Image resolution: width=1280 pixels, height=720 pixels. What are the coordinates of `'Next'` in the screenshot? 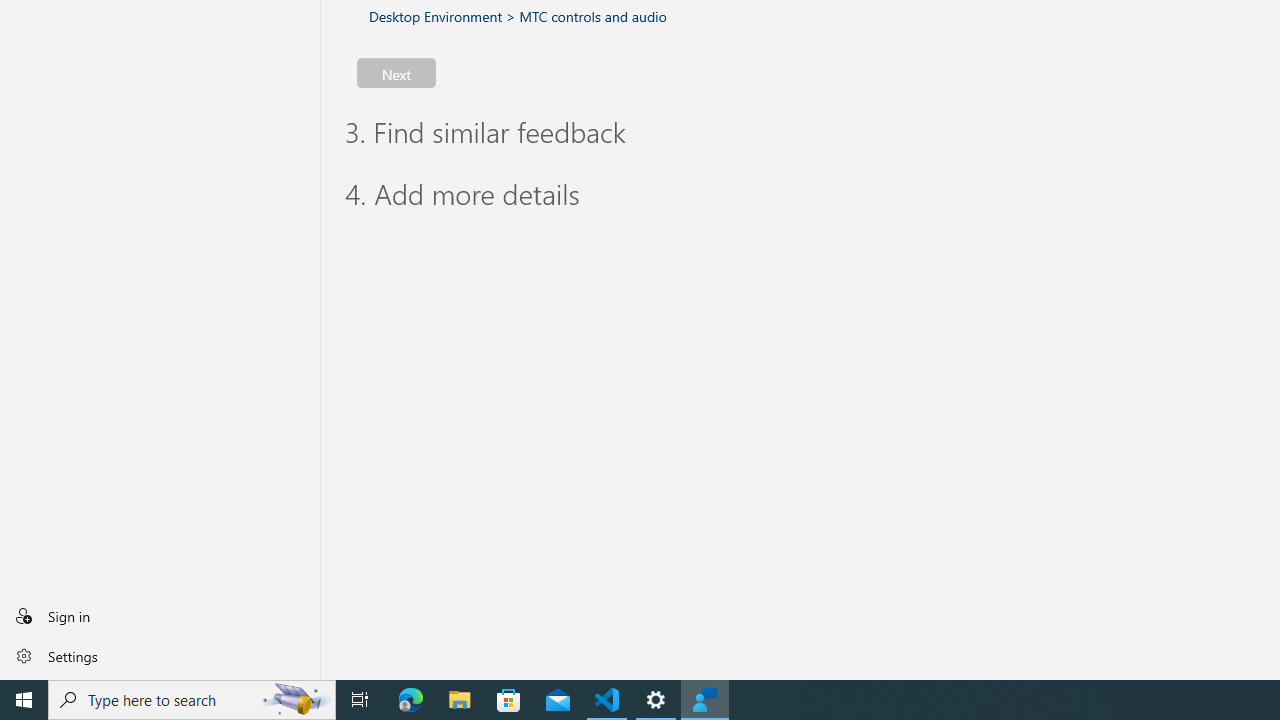 It's located at (396, 72).